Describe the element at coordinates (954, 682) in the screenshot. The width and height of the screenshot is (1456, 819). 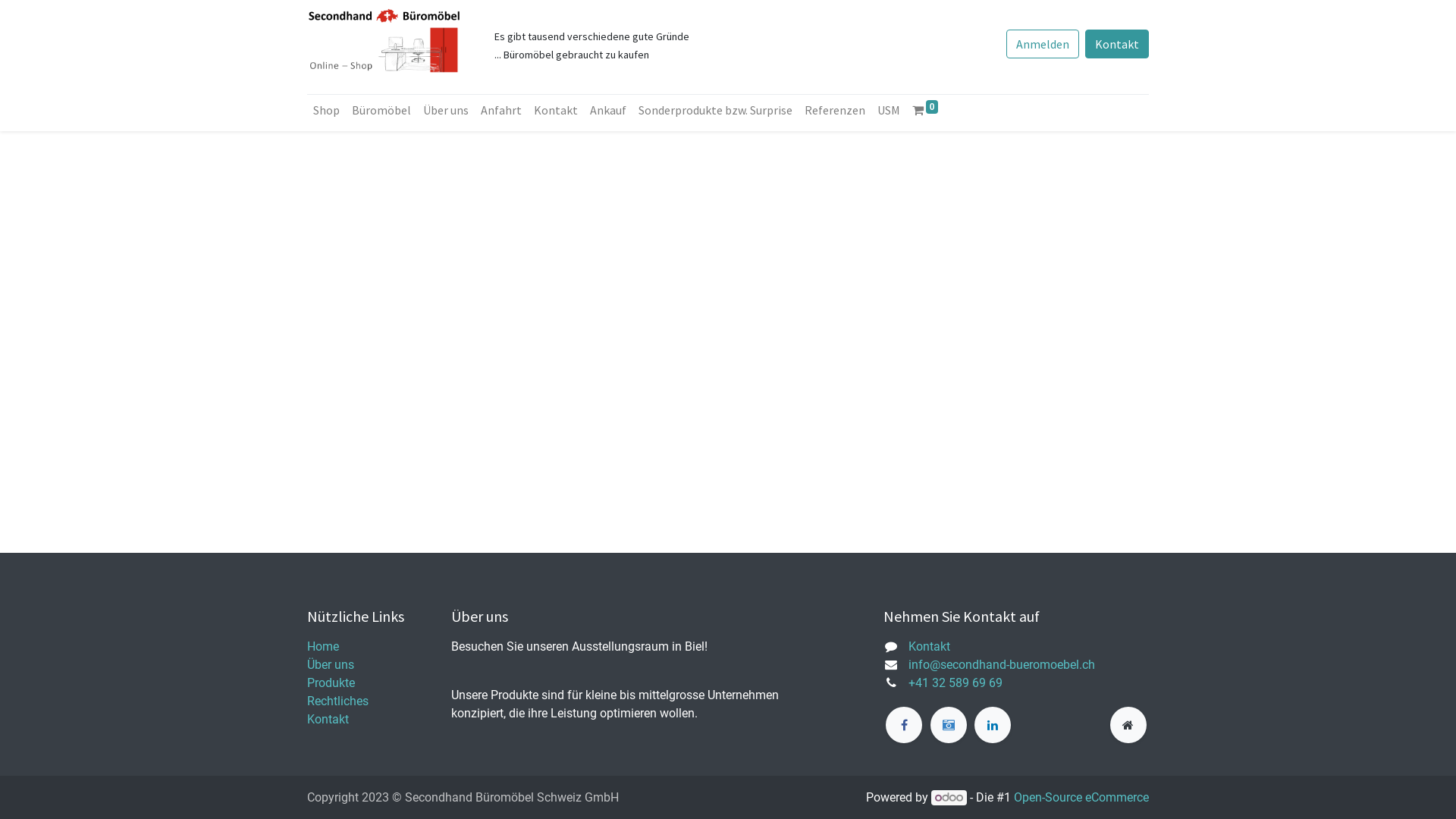
I see `'+41 32 589 69 69'` at that location.